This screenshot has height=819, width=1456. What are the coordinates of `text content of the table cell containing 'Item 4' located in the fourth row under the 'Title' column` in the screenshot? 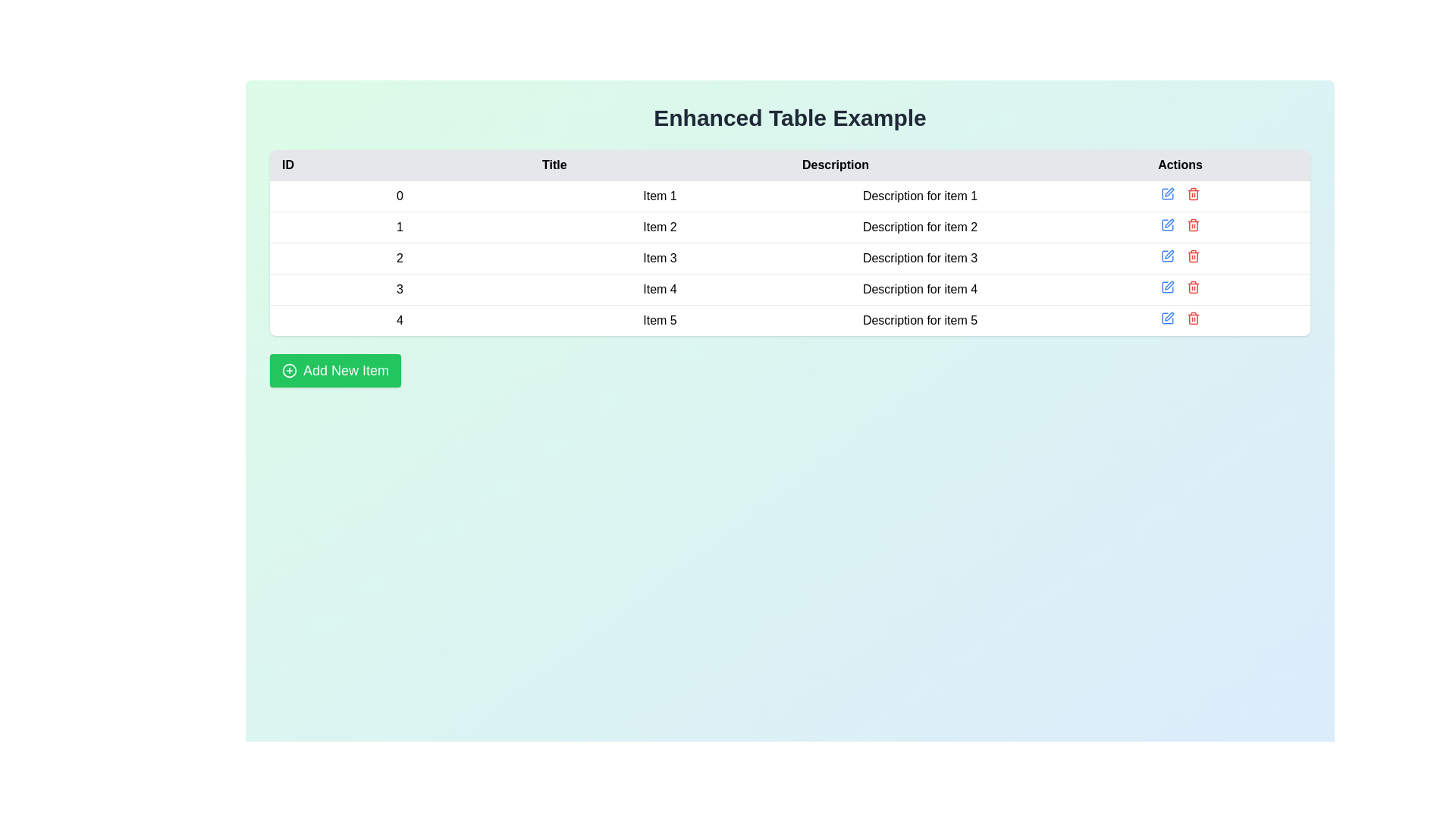 It's located at (660, 289).